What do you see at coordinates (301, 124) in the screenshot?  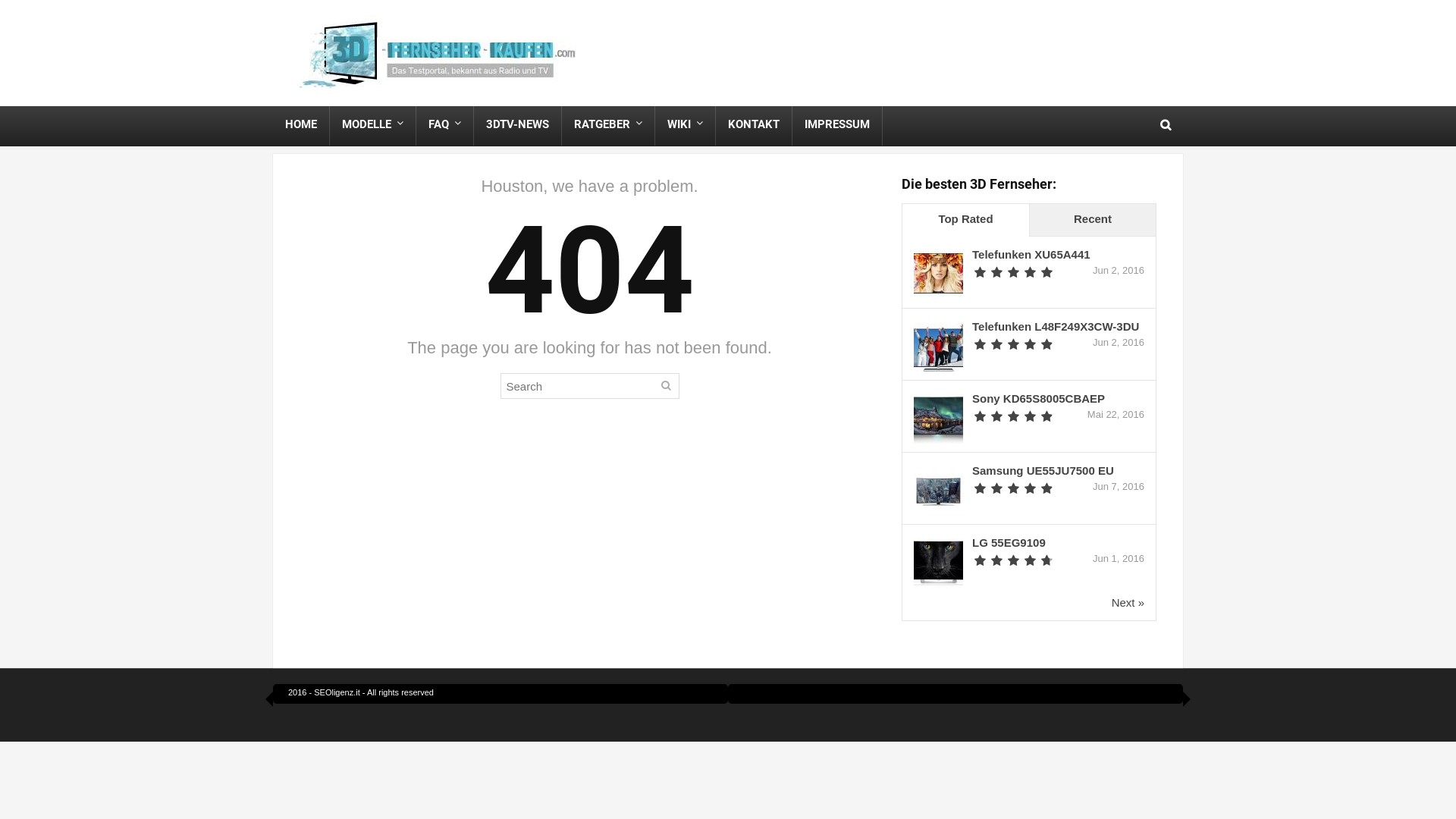 I see `'HOME'` at bounding box center [301, 124].